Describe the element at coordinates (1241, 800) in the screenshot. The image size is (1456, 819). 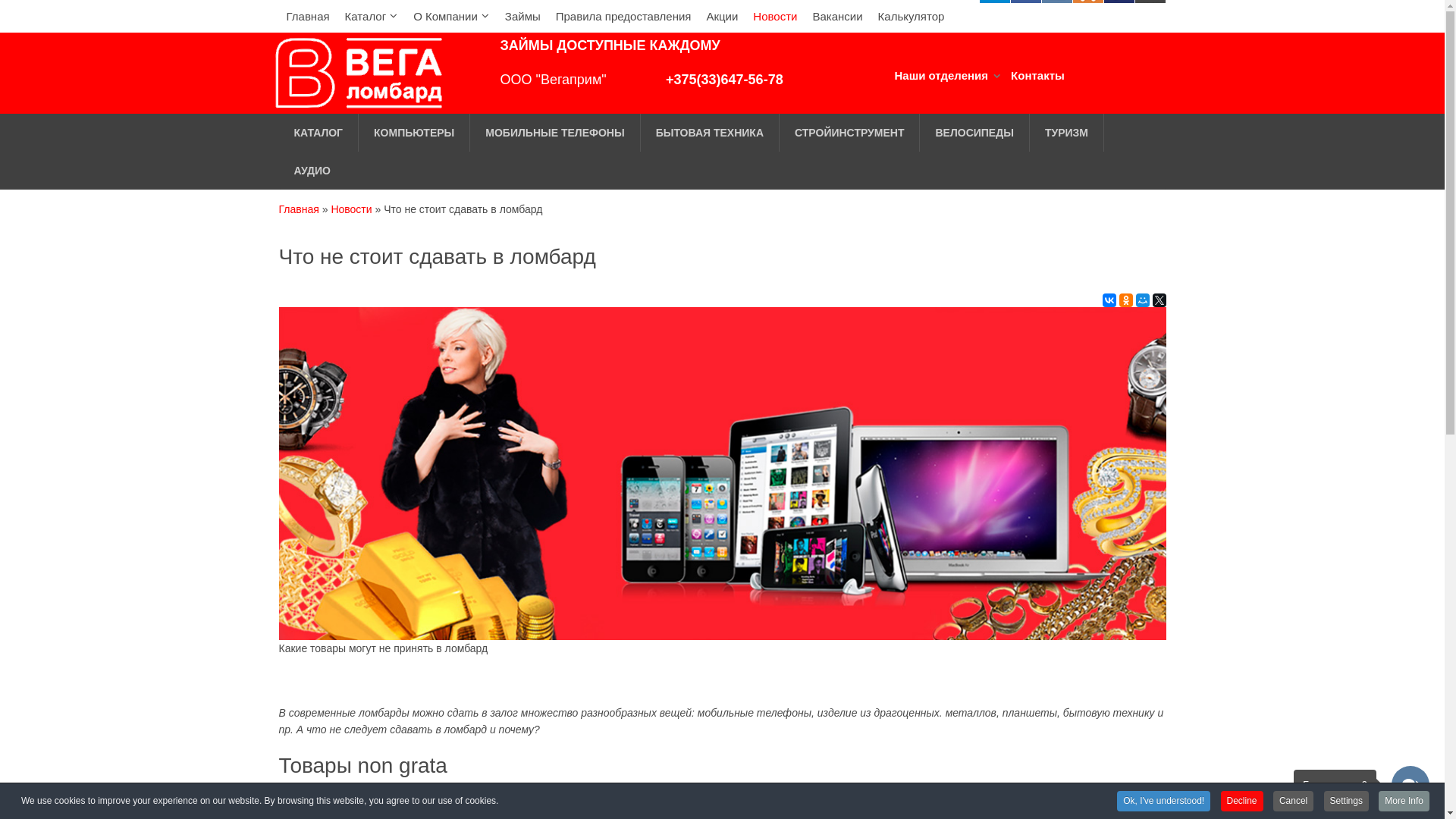
I see `'Decline'` at that location.